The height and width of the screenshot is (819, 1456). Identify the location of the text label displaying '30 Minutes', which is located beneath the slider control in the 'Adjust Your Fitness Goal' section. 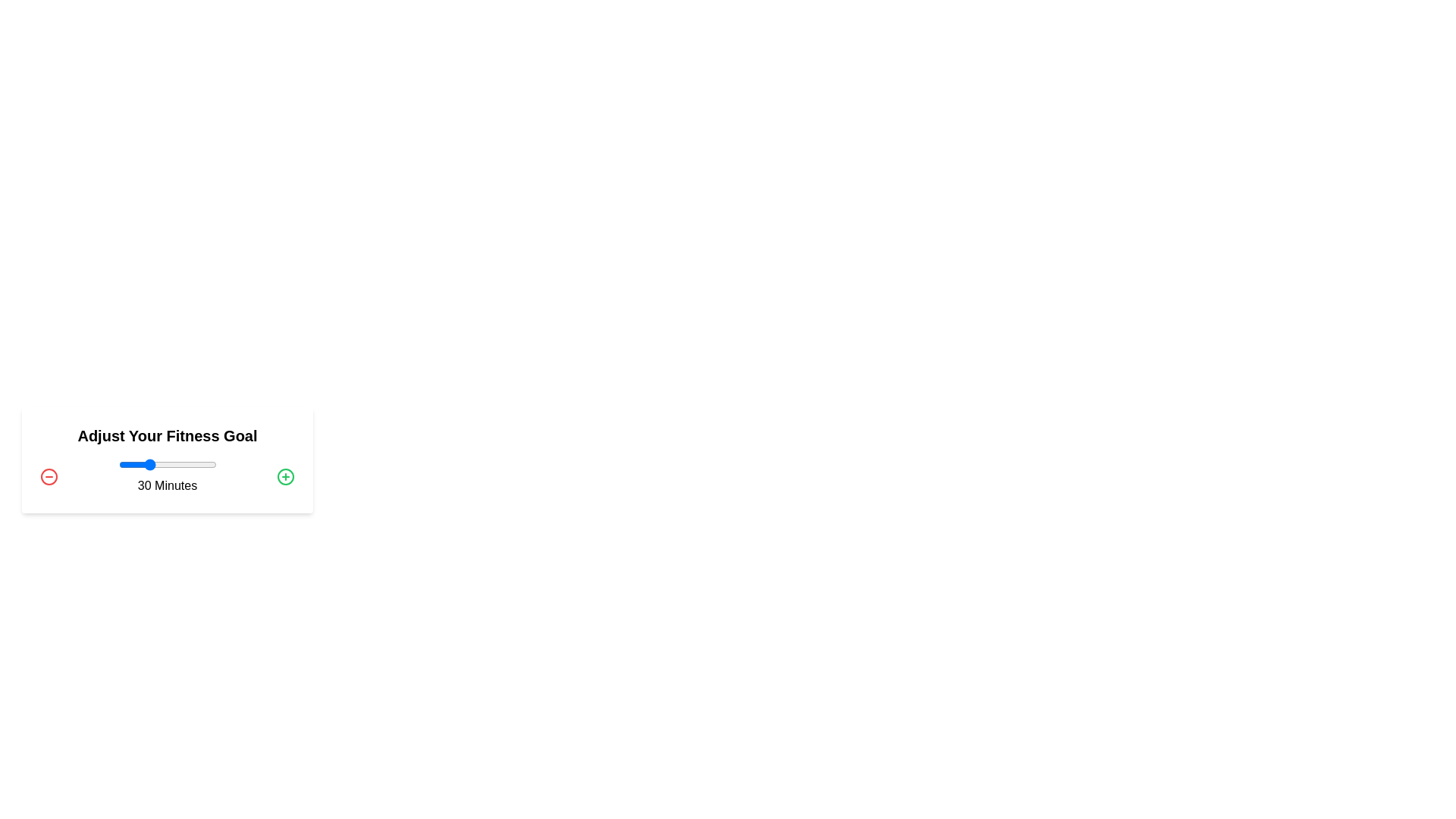
(167, 485).